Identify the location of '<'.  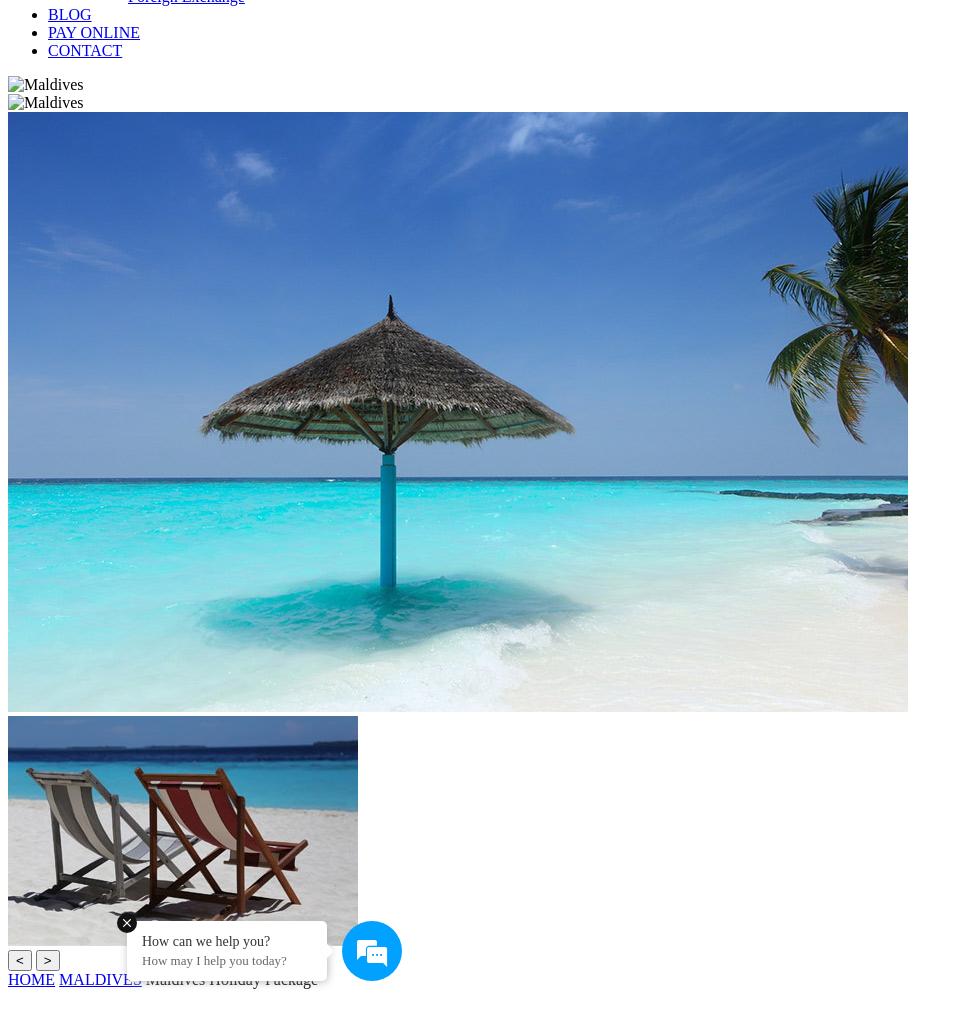
(18, 960).